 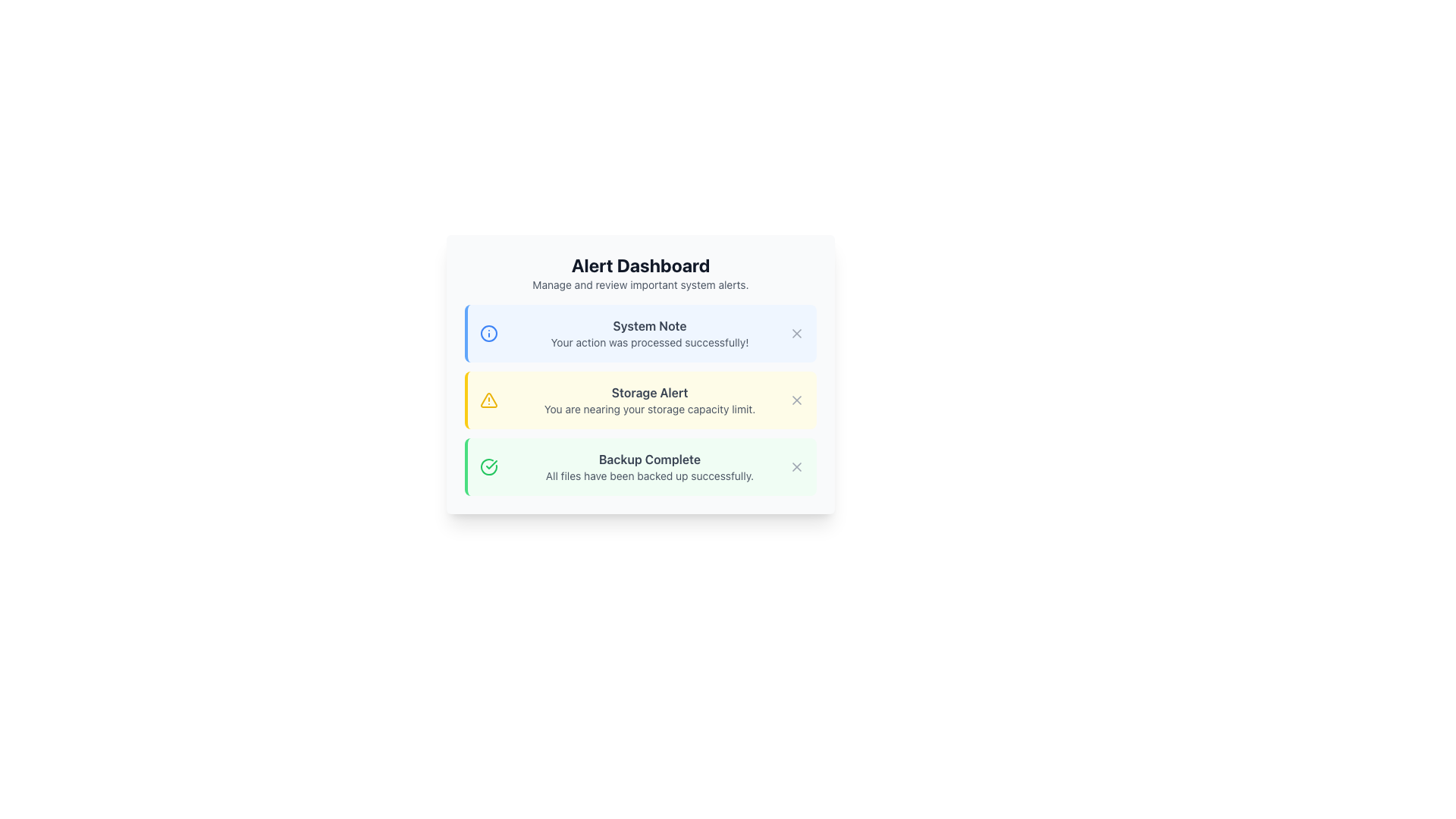 What do you see at coordinates (650, 391) in the screenshot?
I see `the 'Storage Alert' text label in the second notification panel, which summarizes the alert about nearing storage capacity` at bounding box center [650, 391].